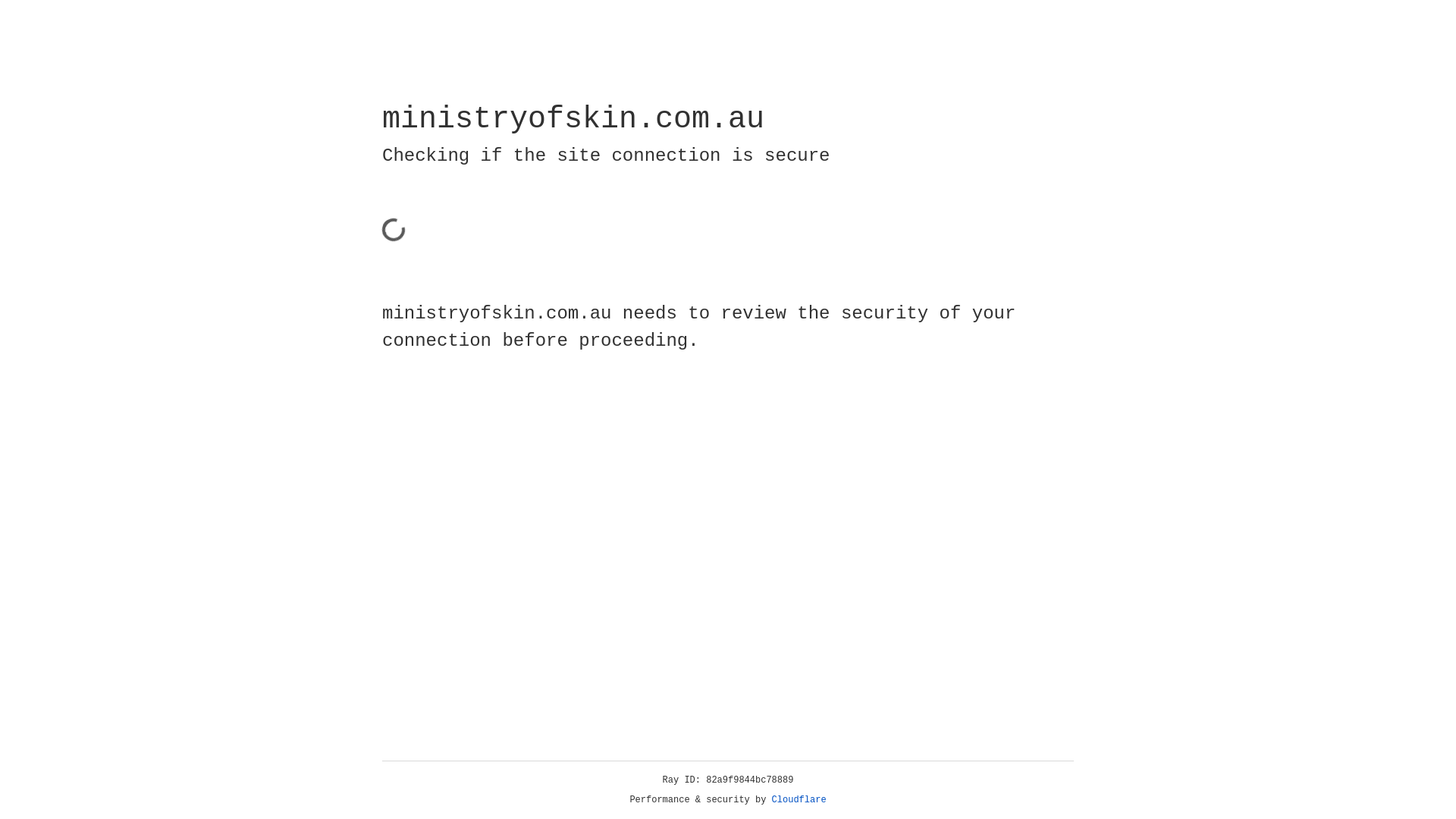  Describe the element at coordinates (799, 799) in the screenshot. I see `'Cloudflare'` at that location.